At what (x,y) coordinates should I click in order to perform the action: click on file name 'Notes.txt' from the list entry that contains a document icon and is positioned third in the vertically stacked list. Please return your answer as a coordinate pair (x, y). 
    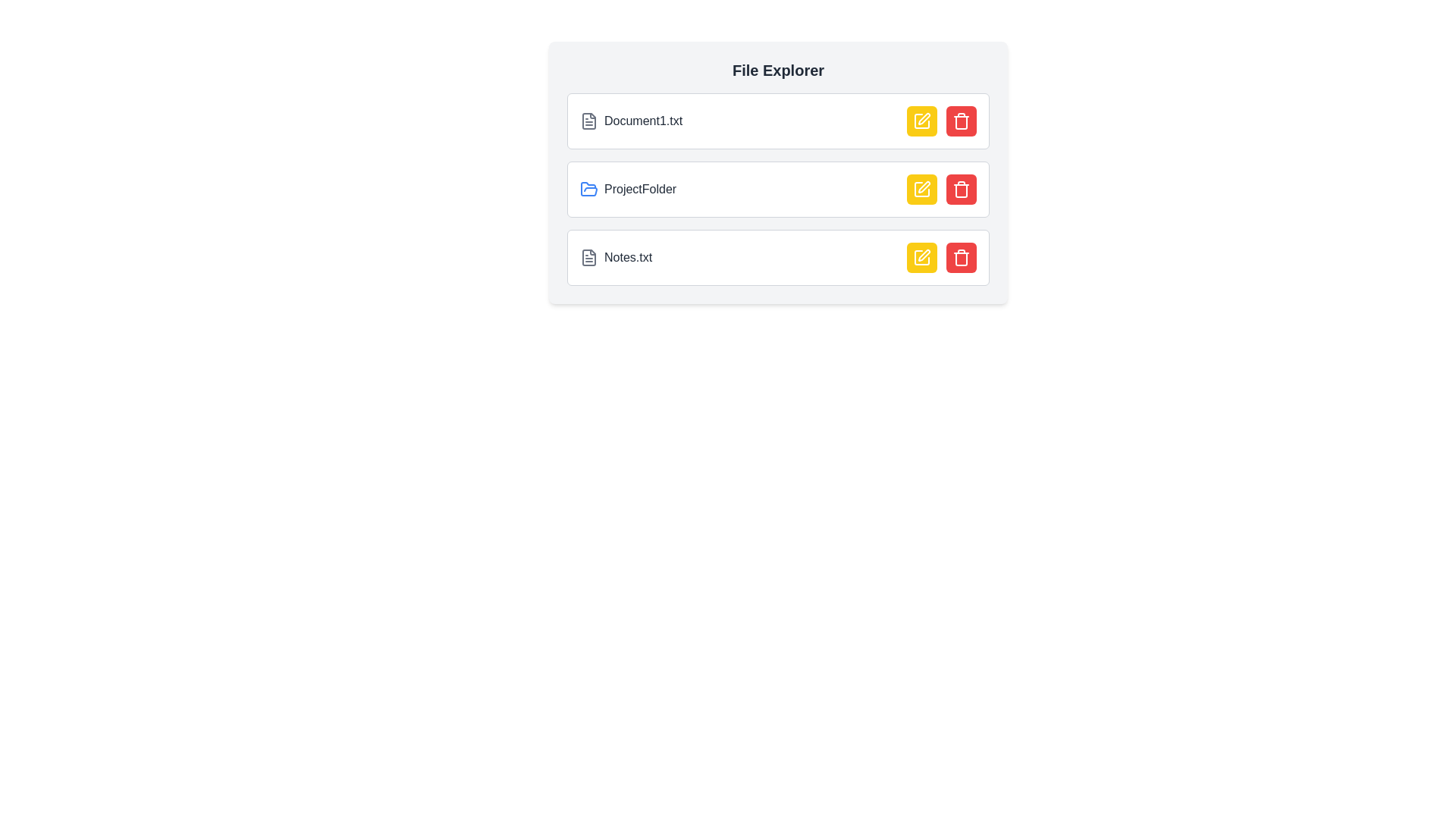
    Looking at the image, I should click on (616, 256).